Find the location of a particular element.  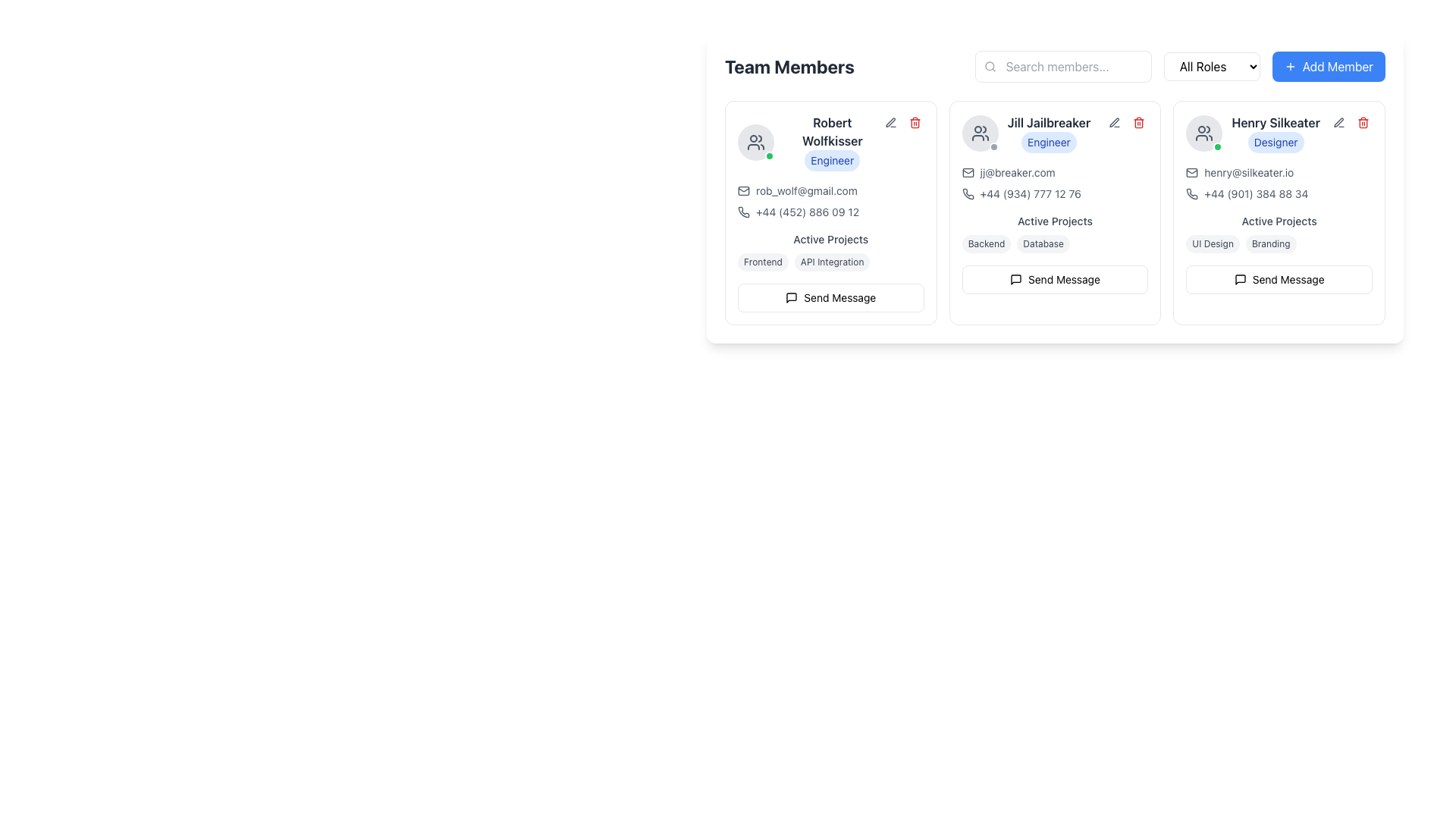

the search icon located on the left edge of the 'Search members...' input field, which visually indicates the search functionality is located at coordinates (990, 66).